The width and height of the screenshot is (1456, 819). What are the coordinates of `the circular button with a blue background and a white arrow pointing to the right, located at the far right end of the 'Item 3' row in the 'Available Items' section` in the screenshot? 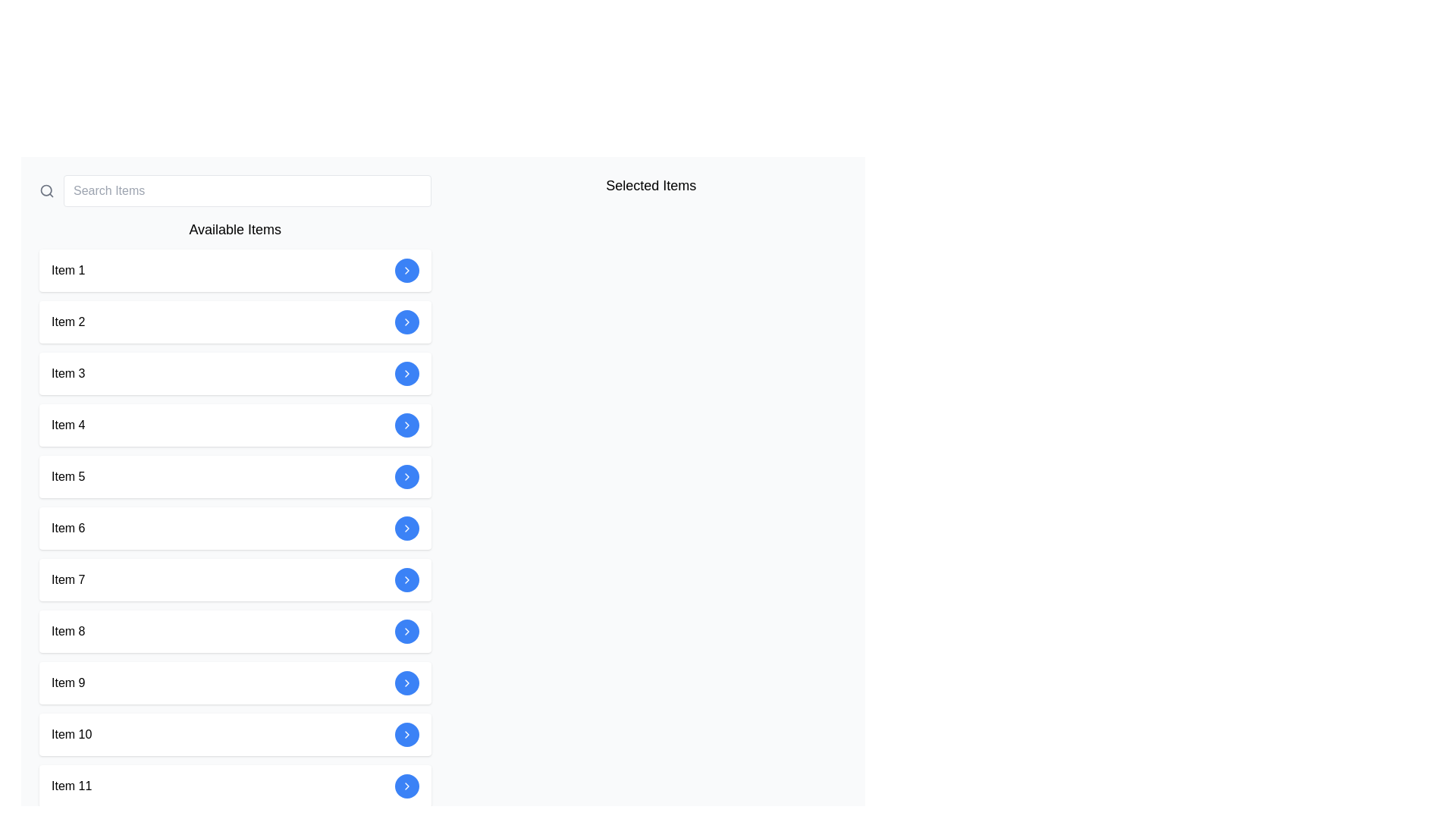 It's located at (406, 374).